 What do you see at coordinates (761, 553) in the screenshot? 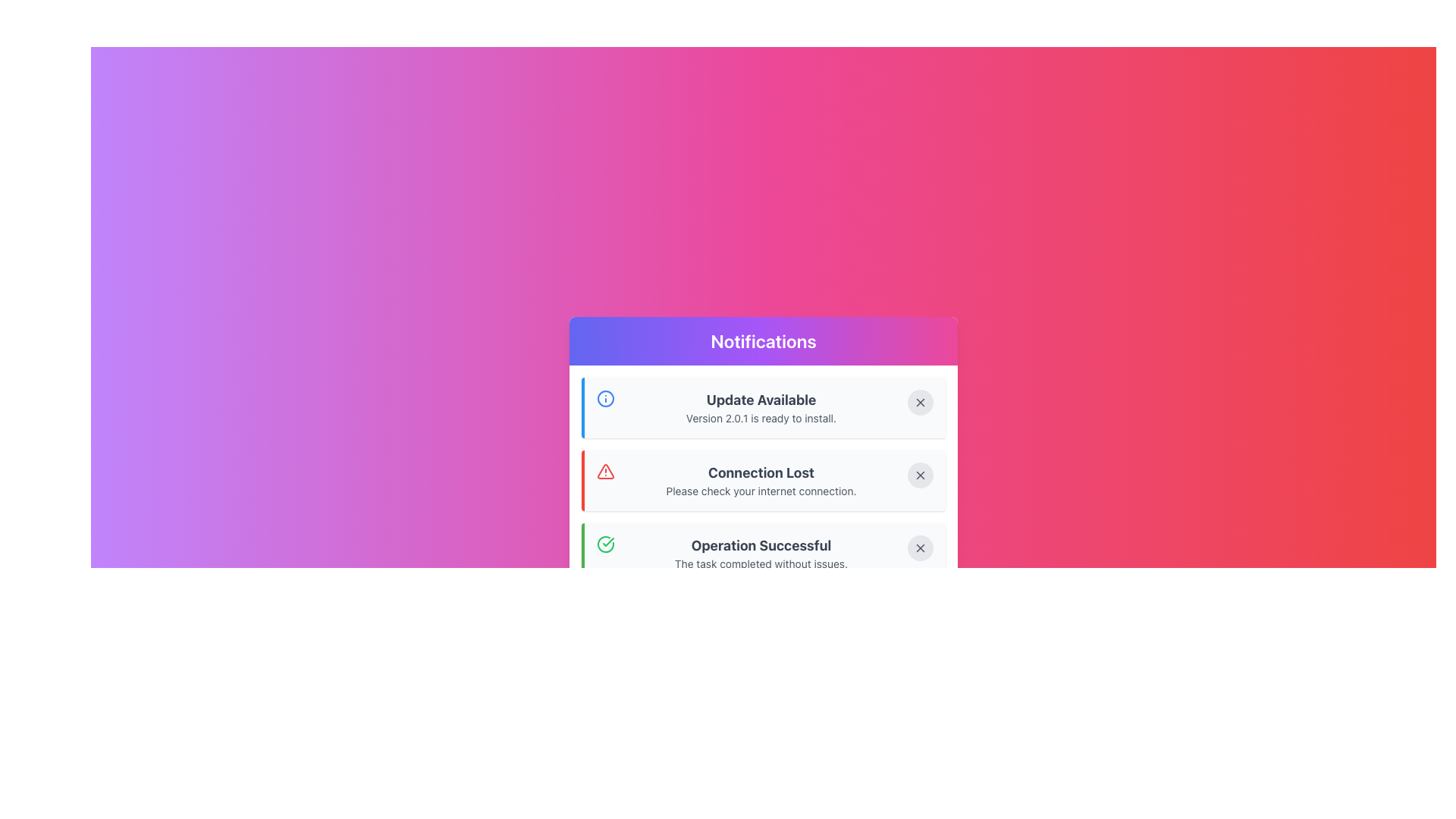
I see `notification displaying 'Operation Successful' and 'The task completed without issues' located within the notification card at the bottom of the notifications stack` at bounding box center [761, 553].